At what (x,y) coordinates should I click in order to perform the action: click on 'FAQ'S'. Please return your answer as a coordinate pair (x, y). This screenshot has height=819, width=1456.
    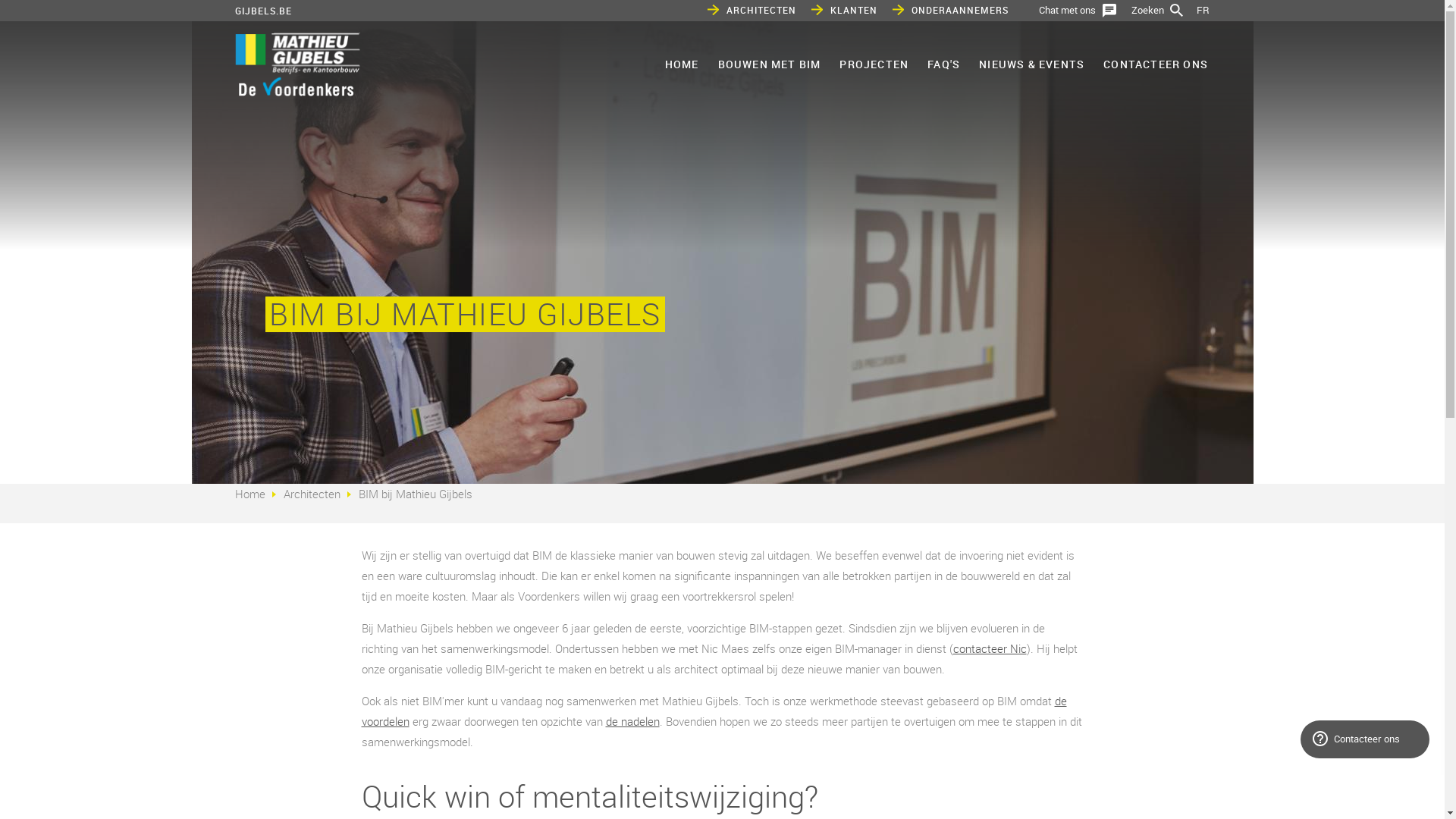
    Looking at the image, I should click on (942, 63).